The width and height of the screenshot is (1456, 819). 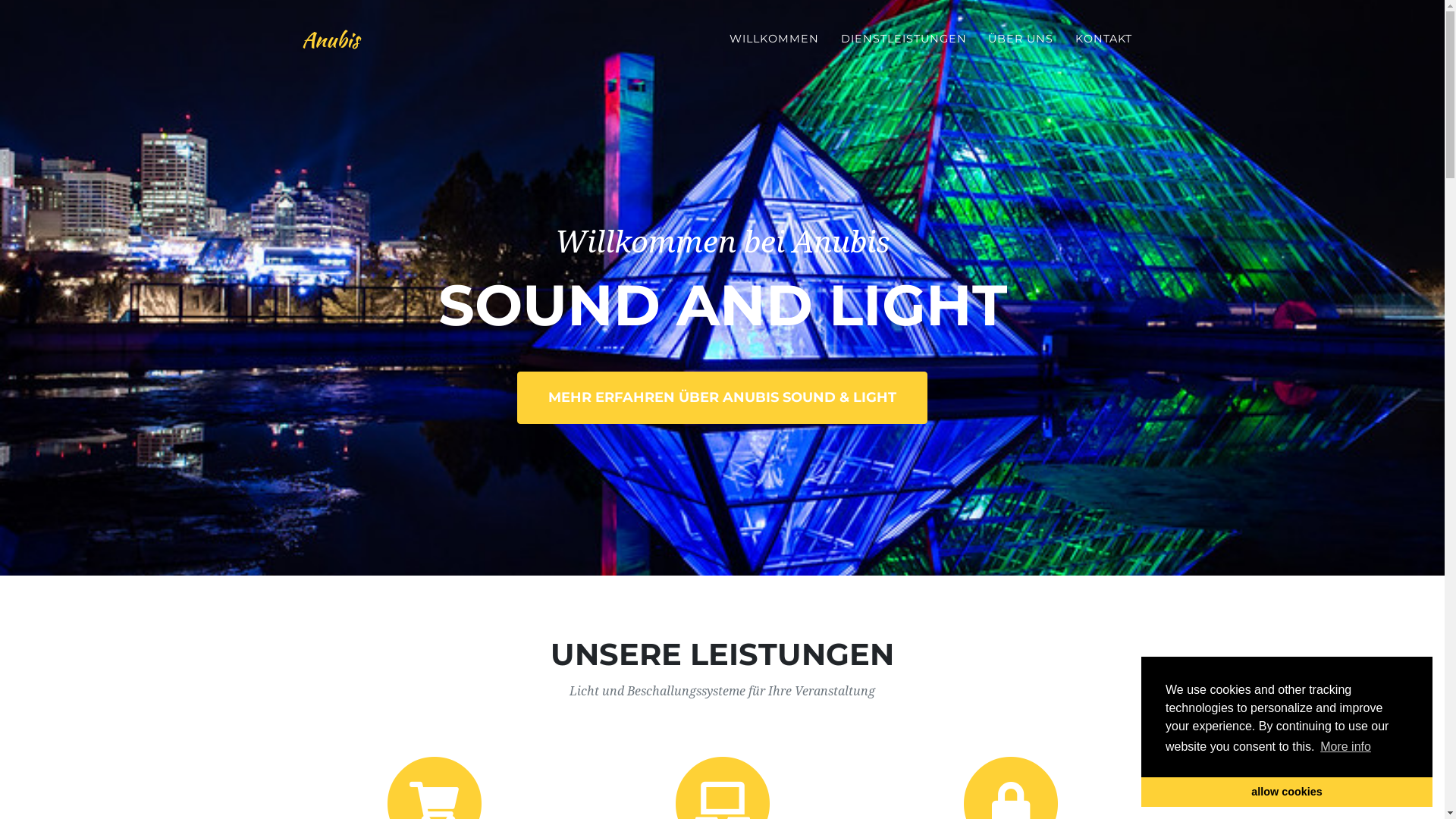 What do you see at coordinates (773, 38) in the screenshot?
I see `'WILLKOMMEN'` at bounding box center [773, 38].